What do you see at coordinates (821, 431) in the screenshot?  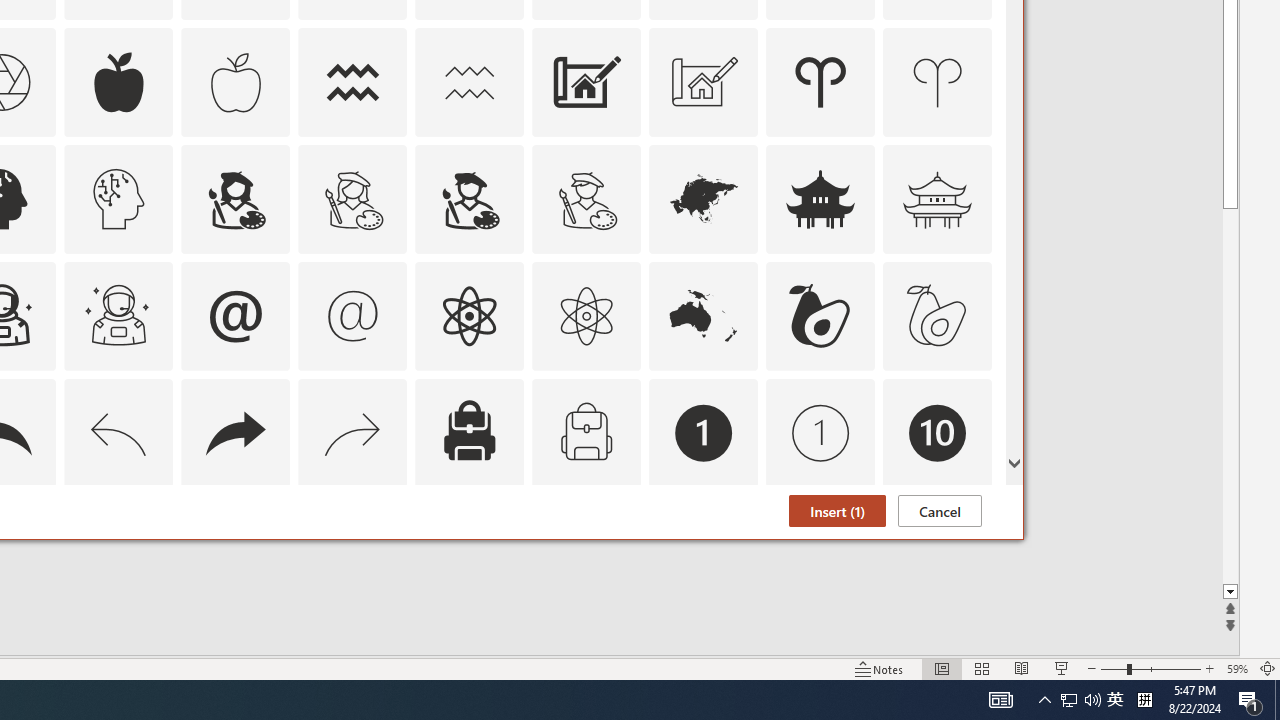 I see `'AutomationID: Icons_Badge1_M'` at bounding box center [821, 431].